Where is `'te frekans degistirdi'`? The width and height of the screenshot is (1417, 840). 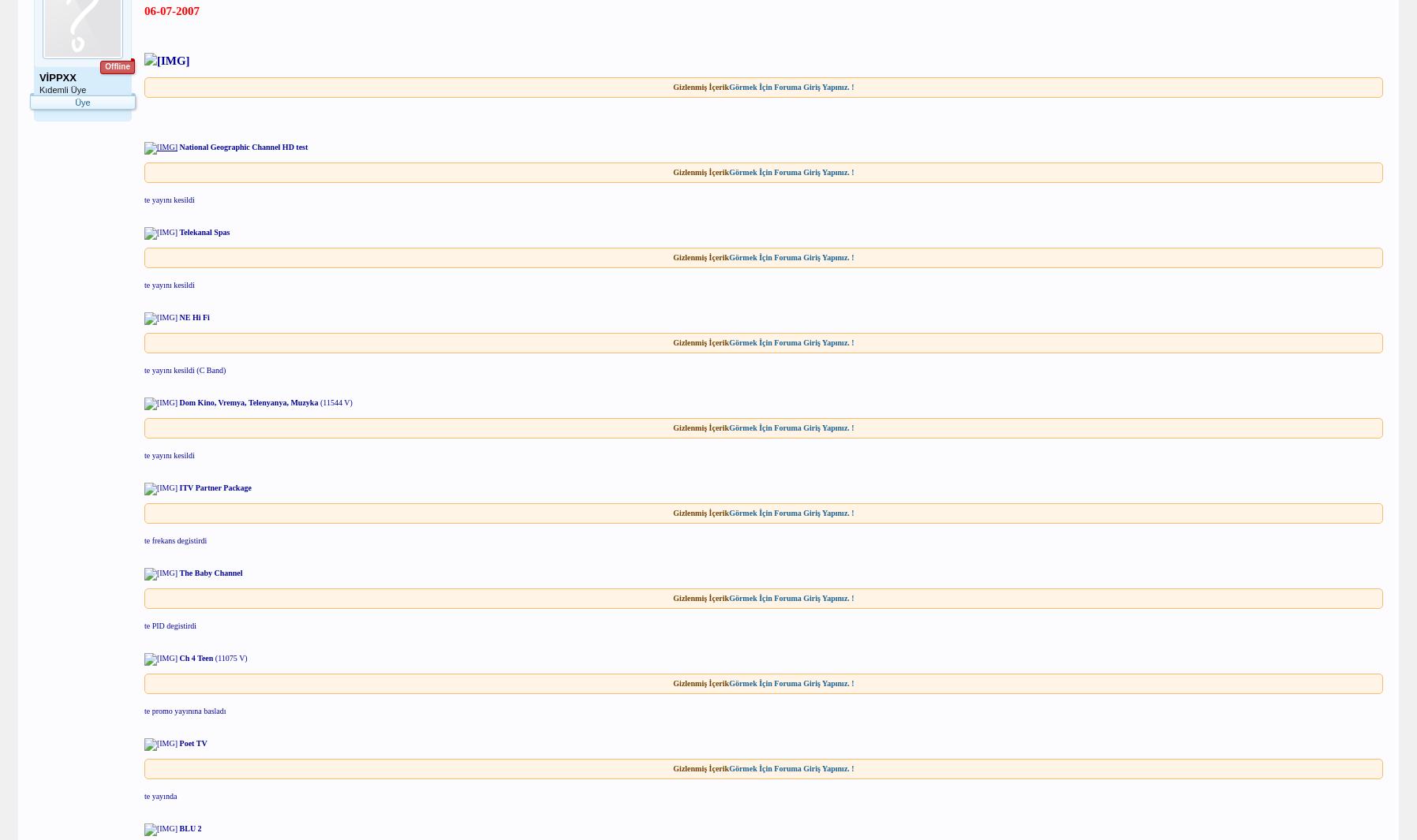
'te frekans degistirdi' is located at coordinates (142, 540).